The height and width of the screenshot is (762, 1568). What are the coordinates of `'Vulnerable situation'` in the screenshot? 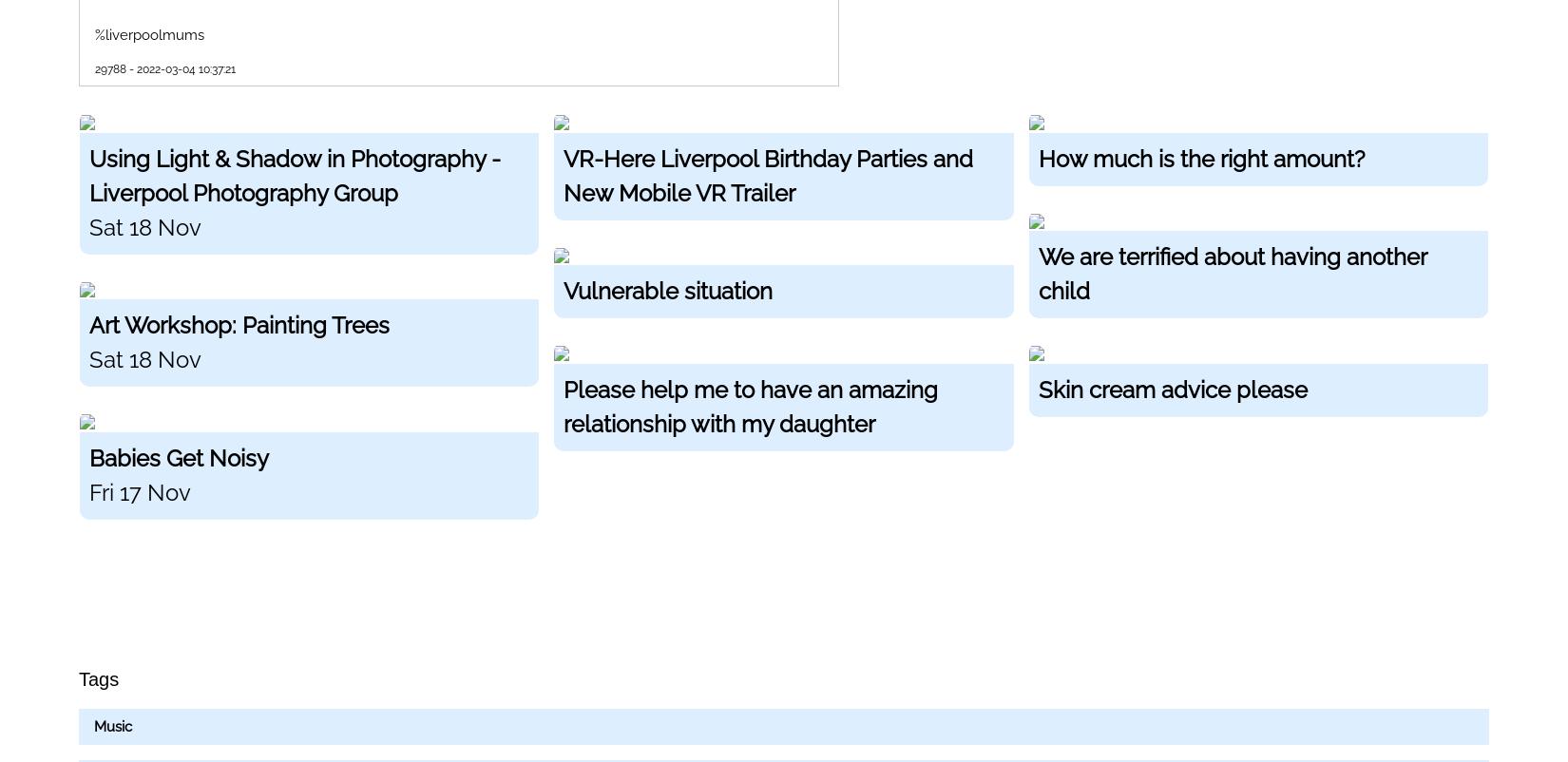 It's located at (667, 290).